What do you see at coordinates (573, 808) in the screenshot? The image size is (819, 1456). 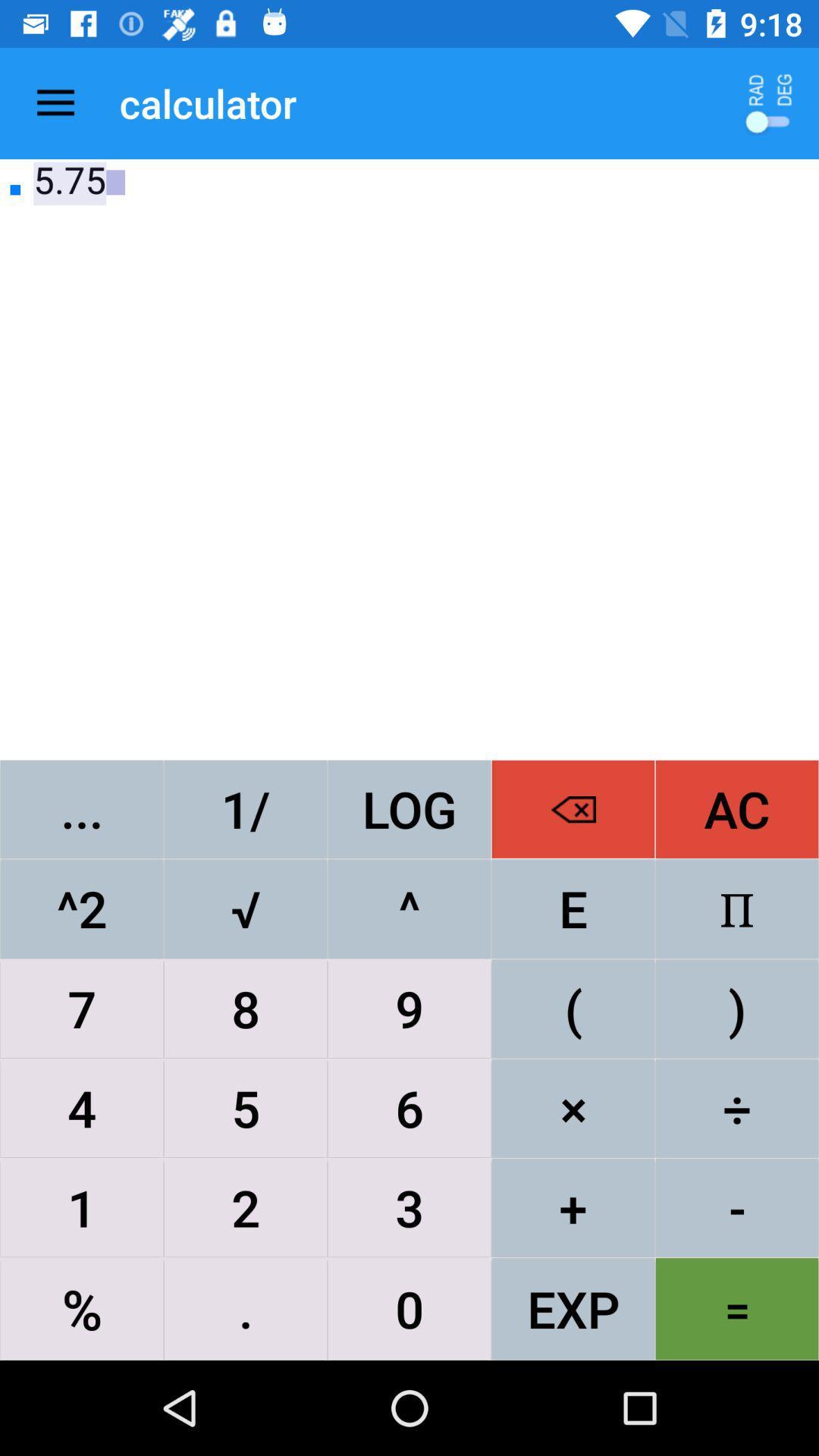 I see `icon to the left of ac item` at bounding box center [573, 808].